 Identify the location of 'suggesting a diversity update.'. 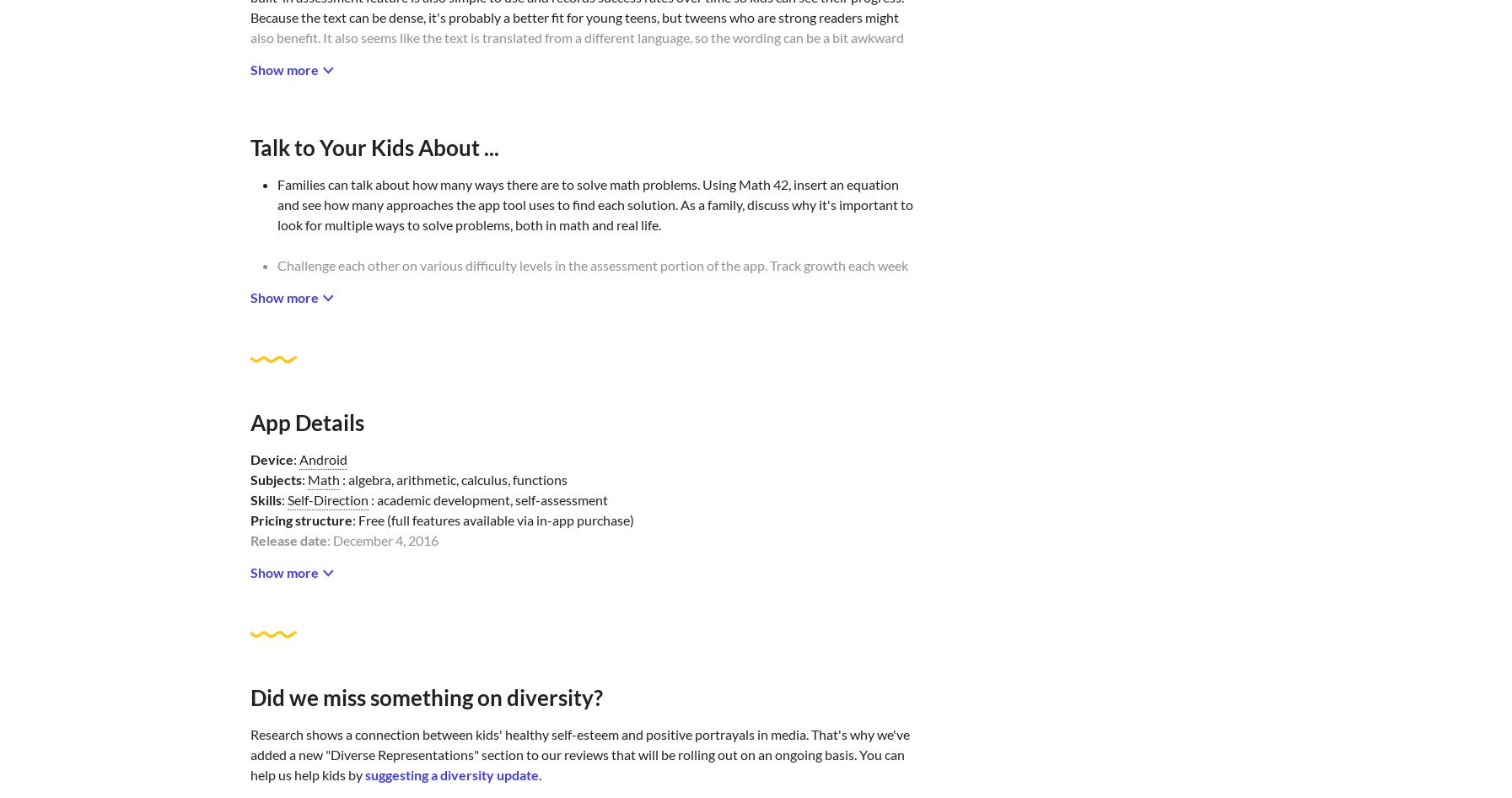
(452, 774).